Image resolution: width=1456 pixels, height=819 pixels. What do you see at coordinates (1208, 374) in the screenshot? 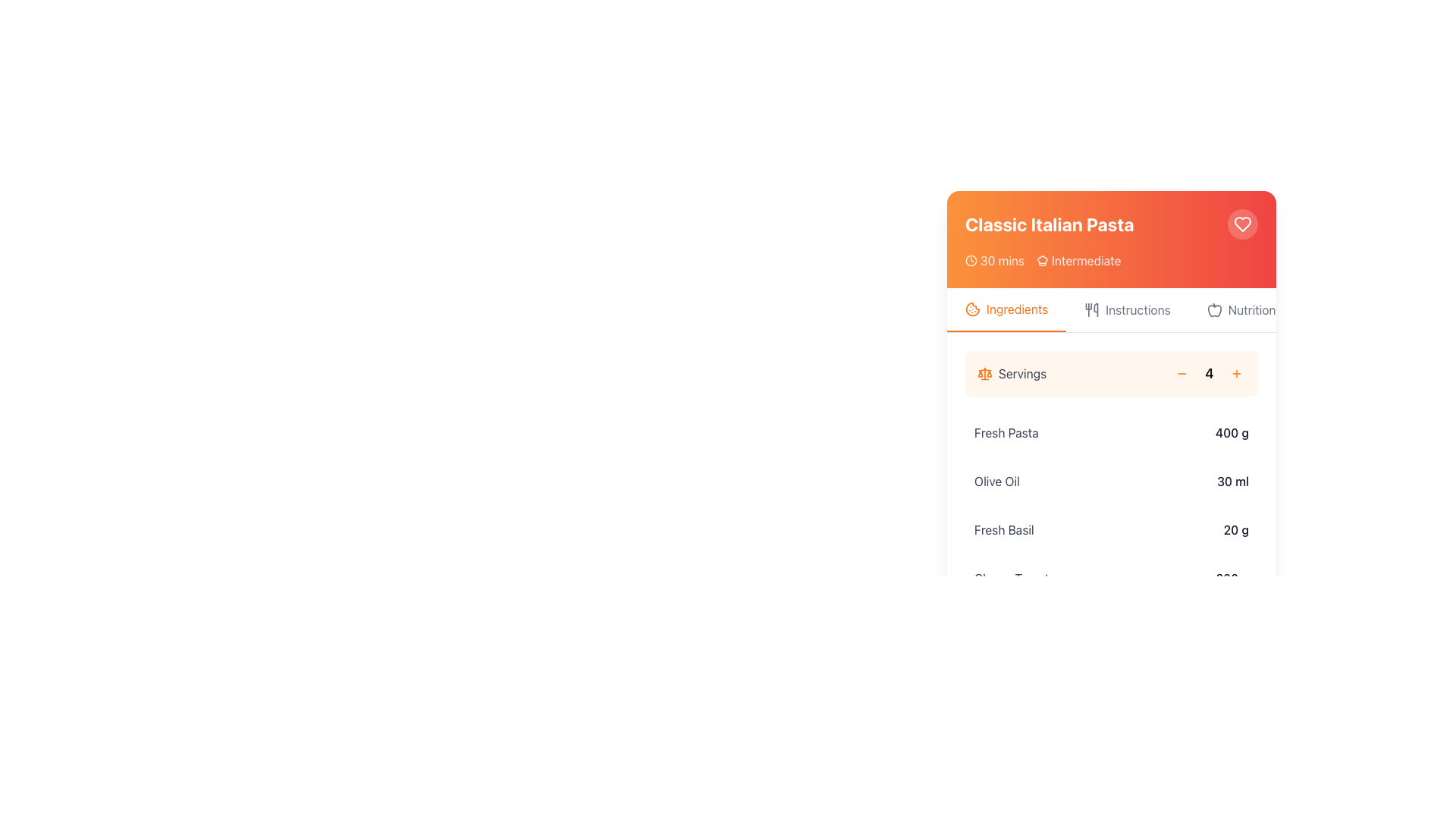
I see `the servings display element located in the middle section of the ingredient card, which indicates the count of servings and is positioned between the minus and plus buttons` at bounding box center [1208, 374].